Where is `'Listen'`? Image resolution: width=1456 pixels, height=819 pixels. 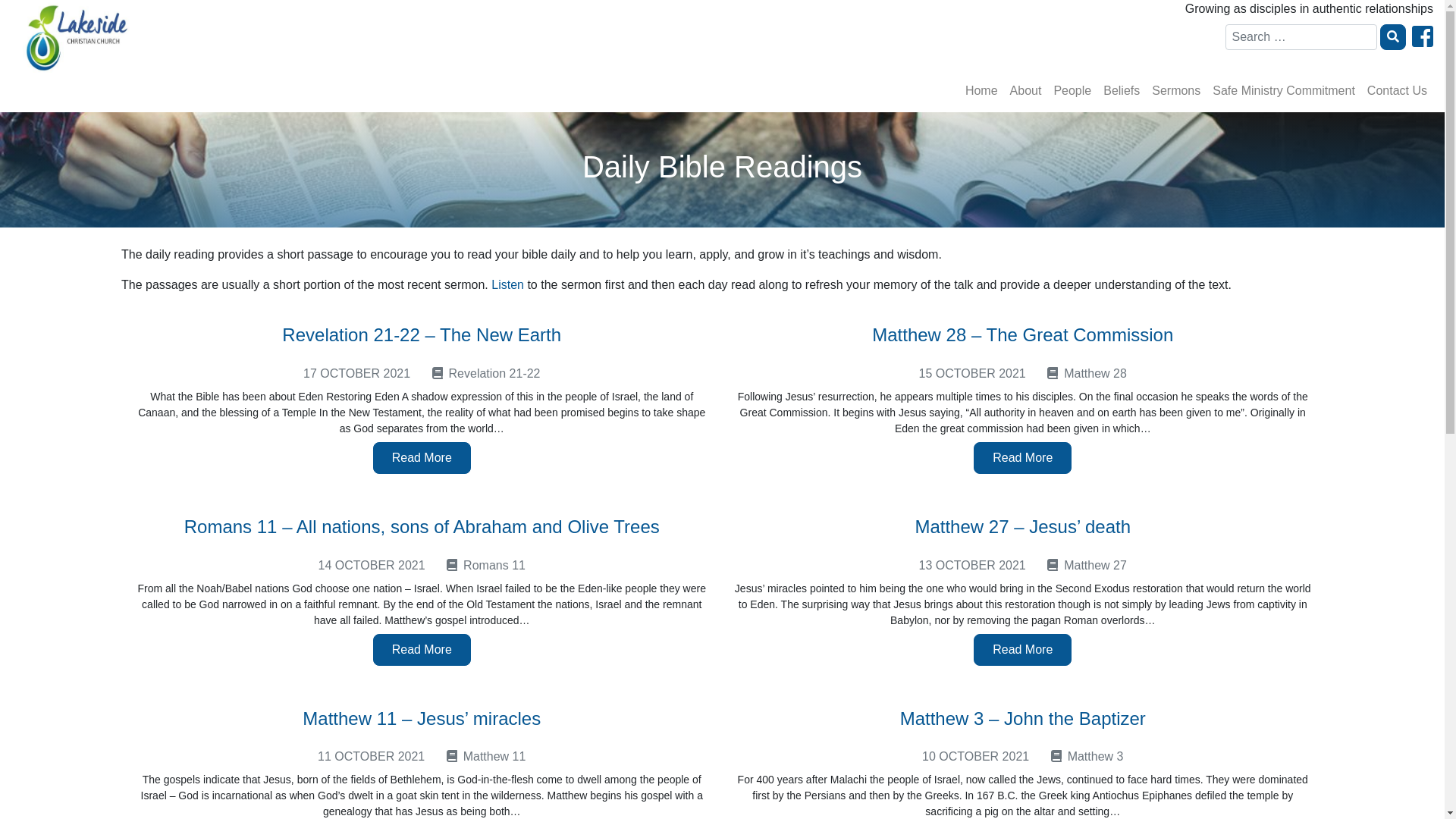 'Listen' is located at coordinates (507, 284).